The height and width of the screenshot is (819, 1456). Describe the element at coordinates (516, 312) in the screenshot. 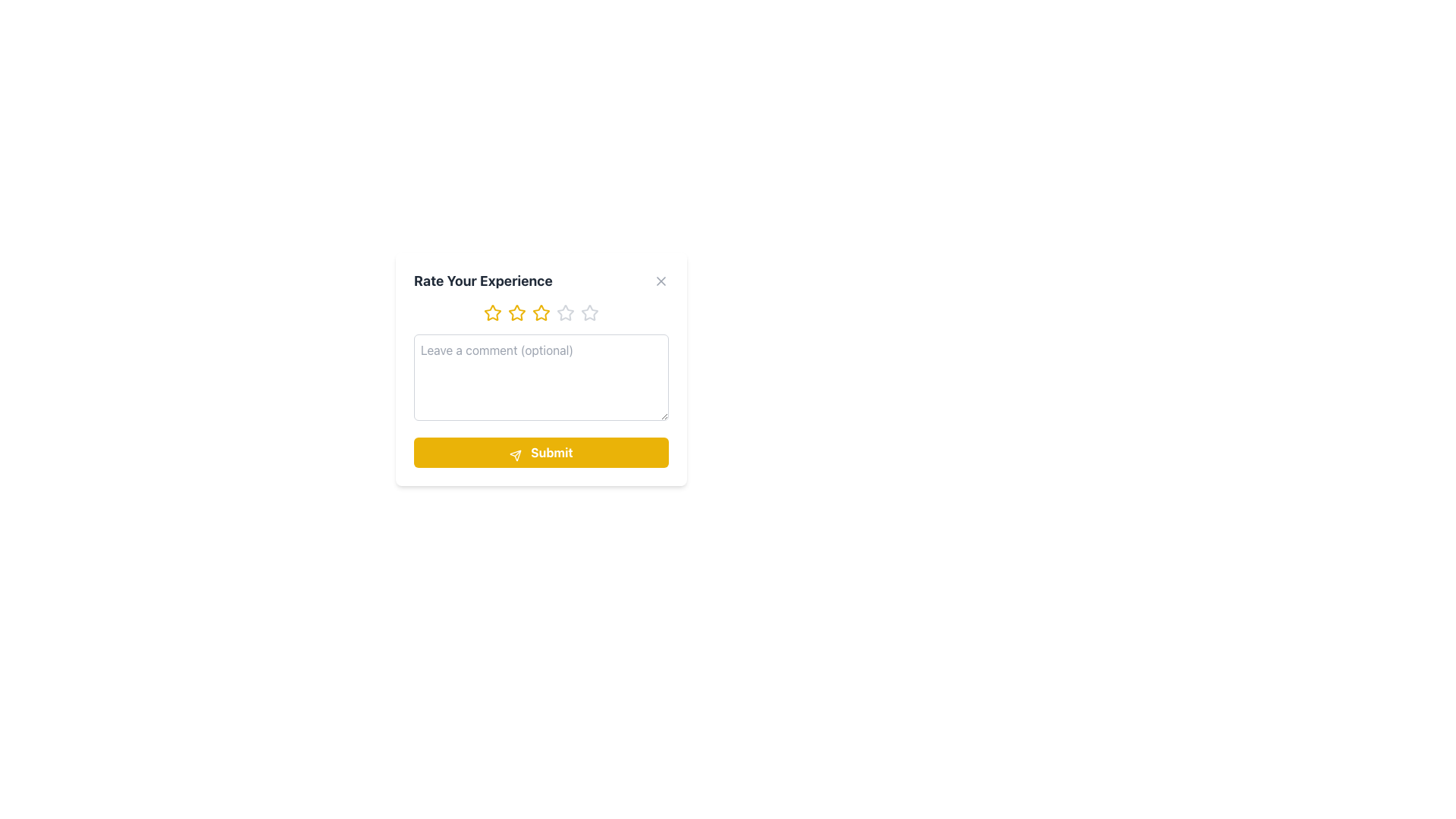

I see `the second star in the 'Rate Your Experience' section` at that location.